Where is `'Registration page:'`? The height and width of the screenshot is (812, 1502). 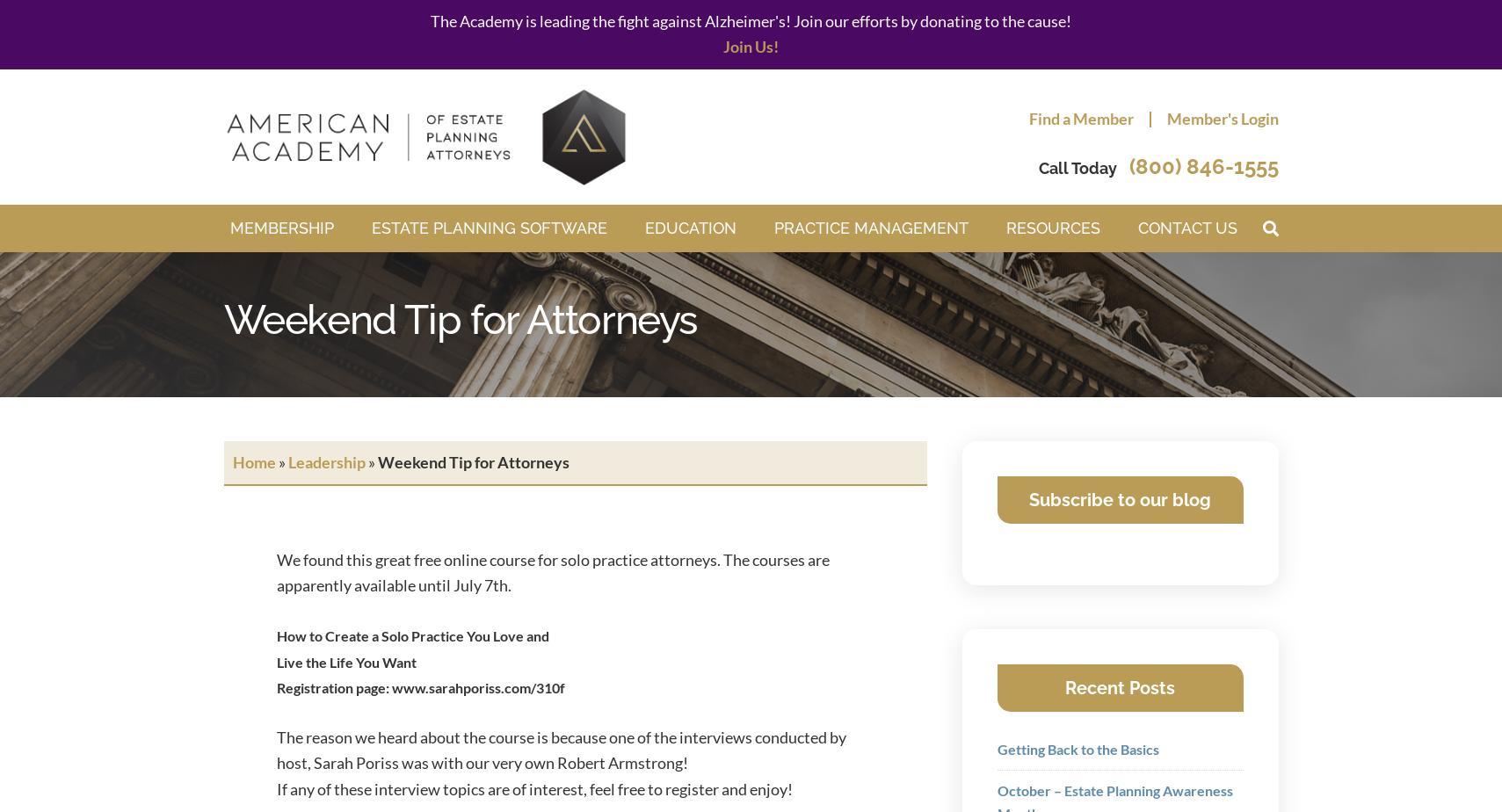 'Registration page:' is located at coordinates (274, 686).